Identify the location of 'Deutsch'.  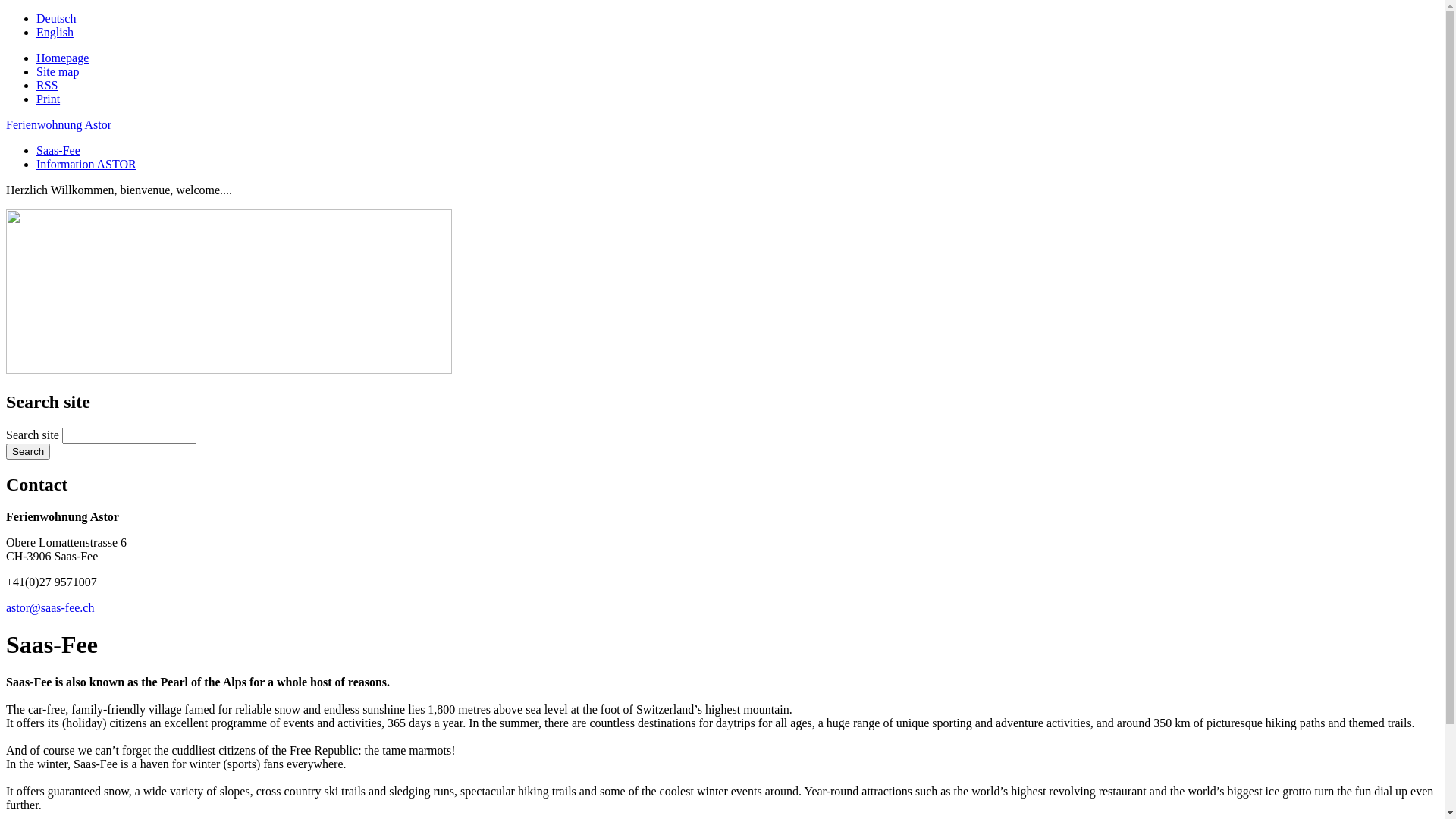
(55, 18).